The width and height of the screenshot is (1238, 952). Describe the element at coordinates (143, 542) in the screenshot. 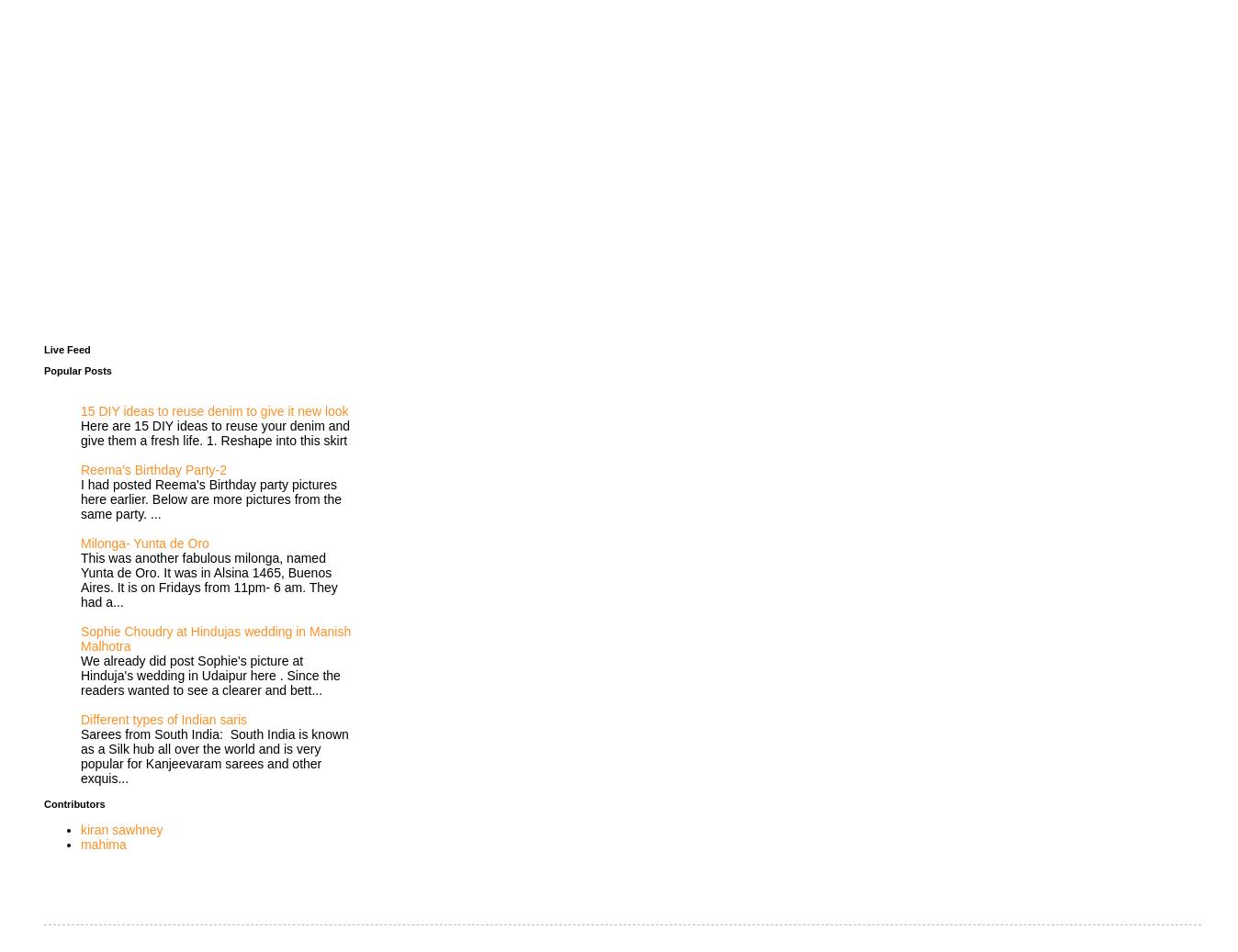

I see `'Milonga- Yunta de Oro'` at that location.